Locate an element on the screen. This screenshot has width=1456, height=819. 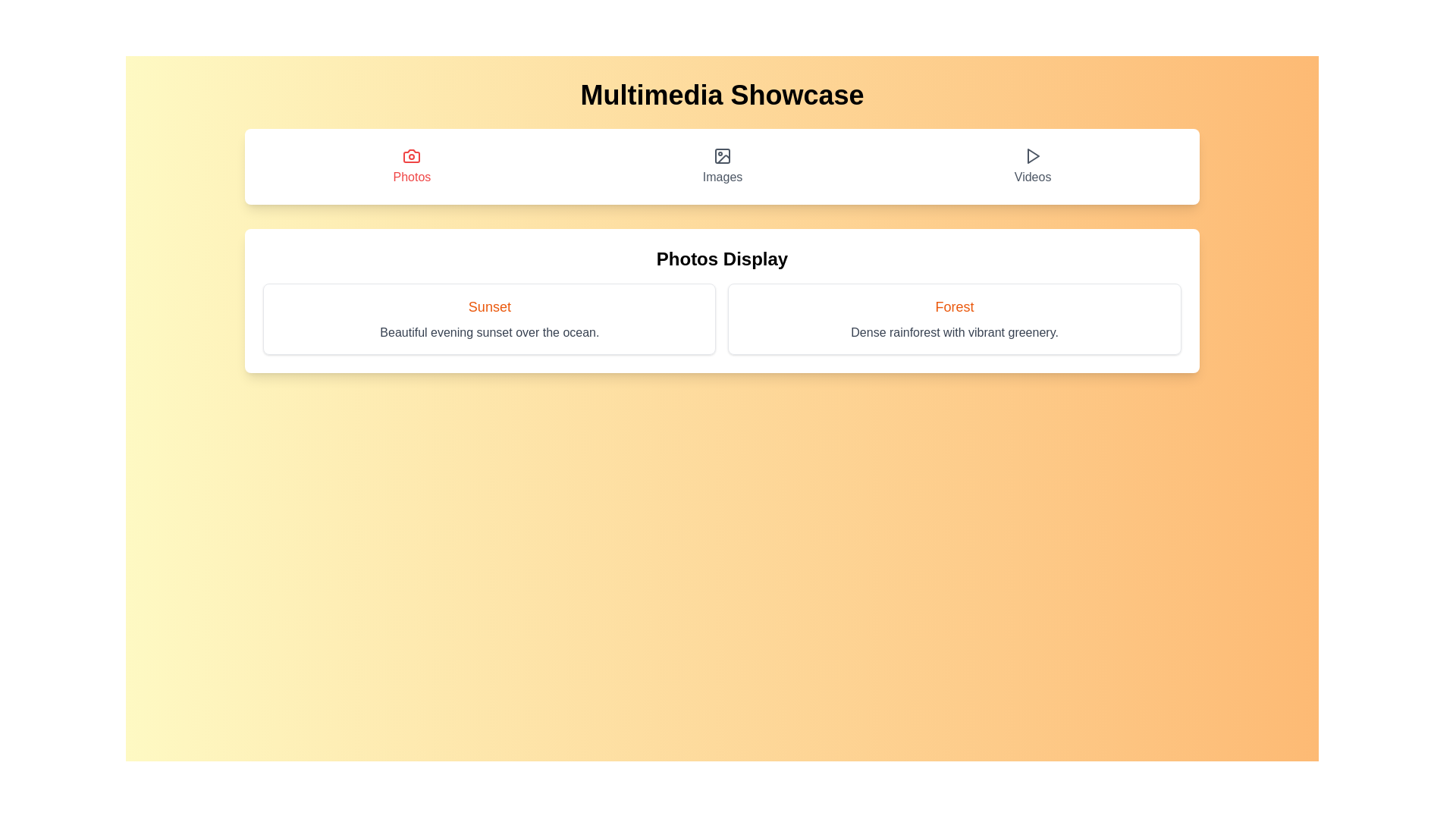
the 'Forest' card component, which features a bold orange title and a descriptive gray text, located in the second column of the 'Photos Display' section is located at coordinates (954, 318).